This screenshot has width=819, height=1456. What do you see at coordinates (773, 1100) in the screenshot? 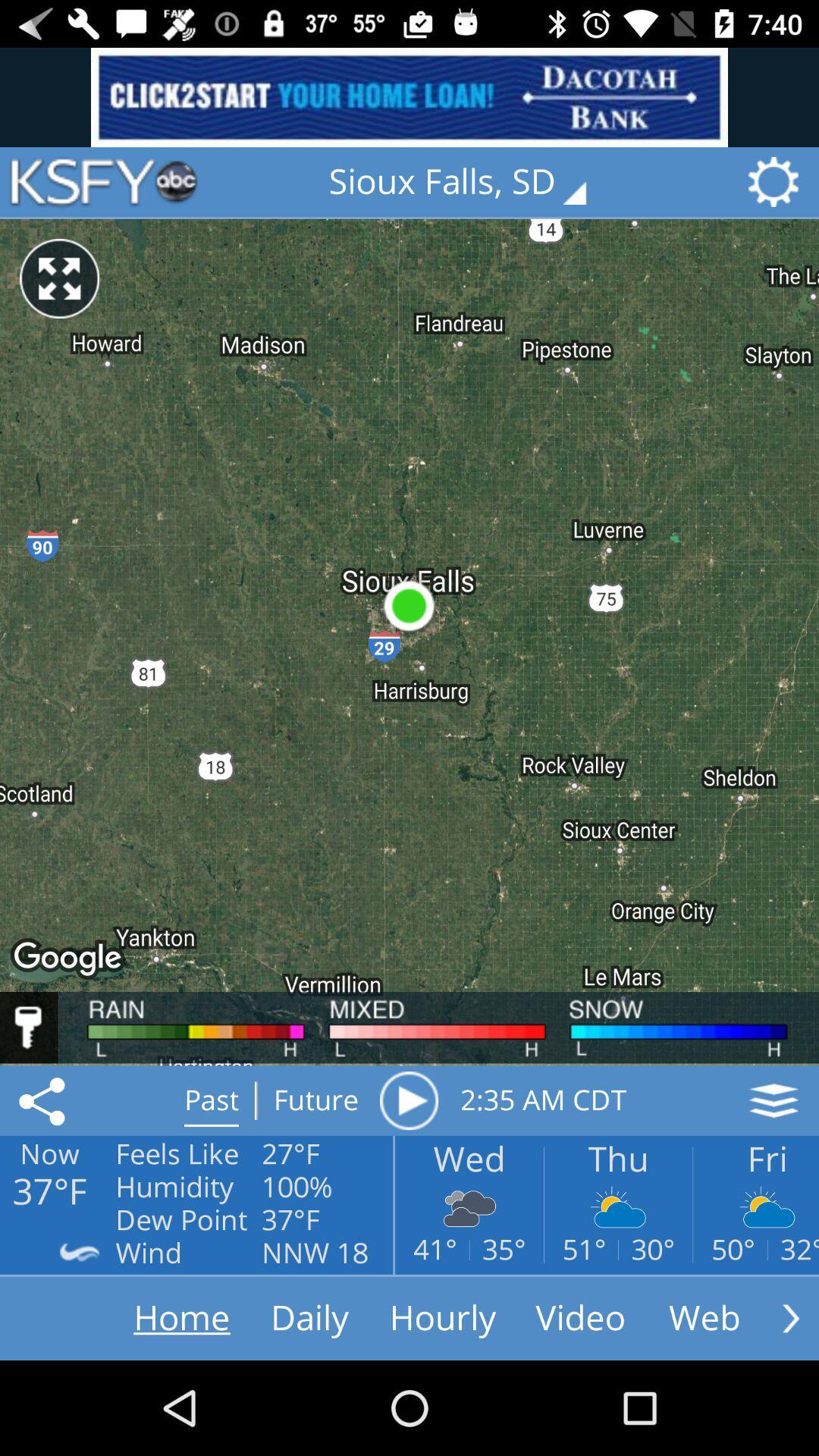
I see `the layers icon` at bounding box center [773, 1100].